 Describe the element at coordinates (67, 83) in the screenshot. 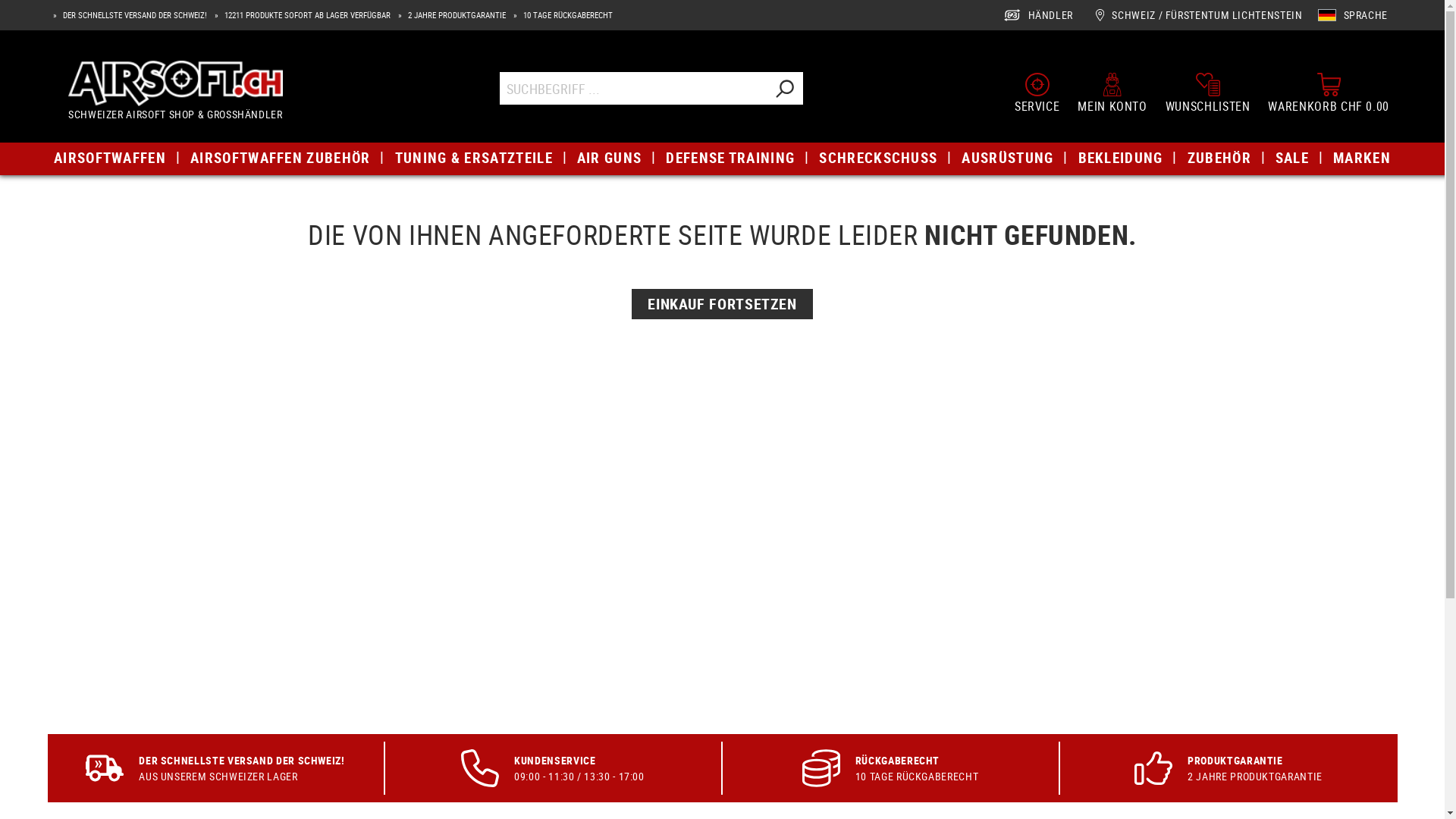

I see `'Airsoft.ch'` at that location.